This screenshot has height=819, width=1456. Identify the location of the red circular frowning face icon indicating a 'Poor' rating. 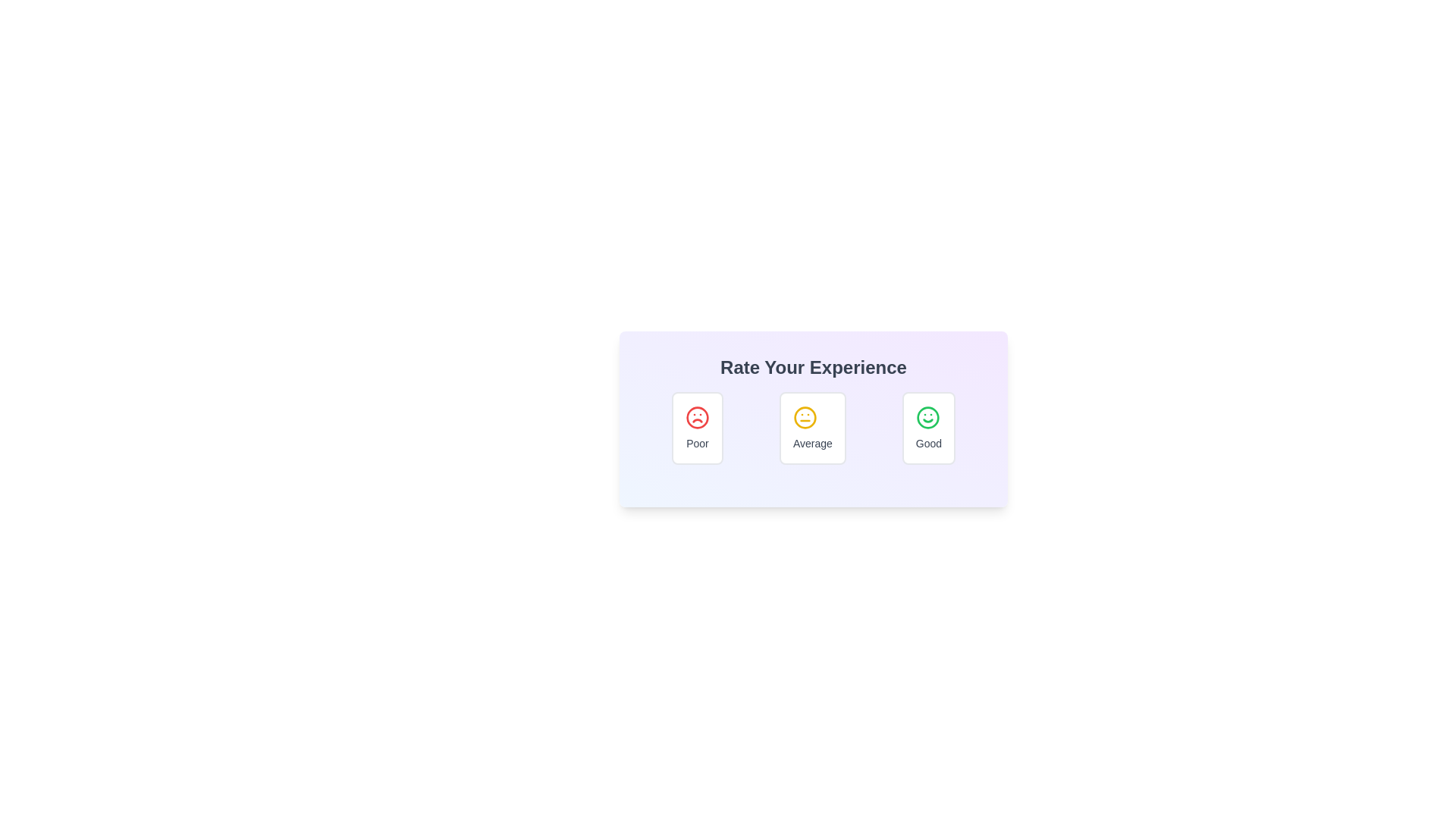
(697, 418).